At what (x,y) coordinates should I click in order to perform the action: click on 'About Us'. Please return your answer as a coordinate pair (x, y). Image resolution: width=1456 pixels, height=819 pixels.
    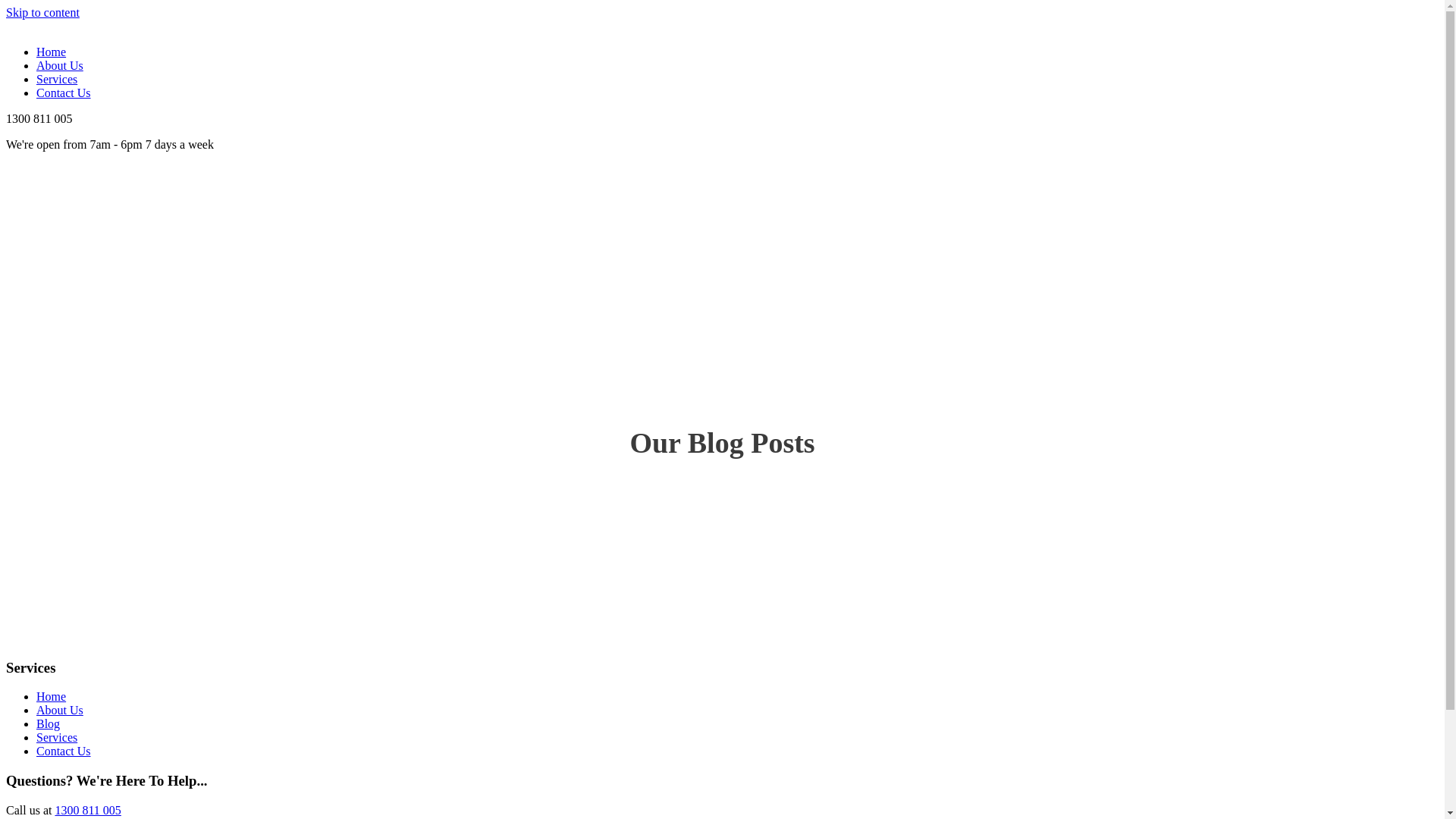
    Looking at the image, I should click on (36, 64).